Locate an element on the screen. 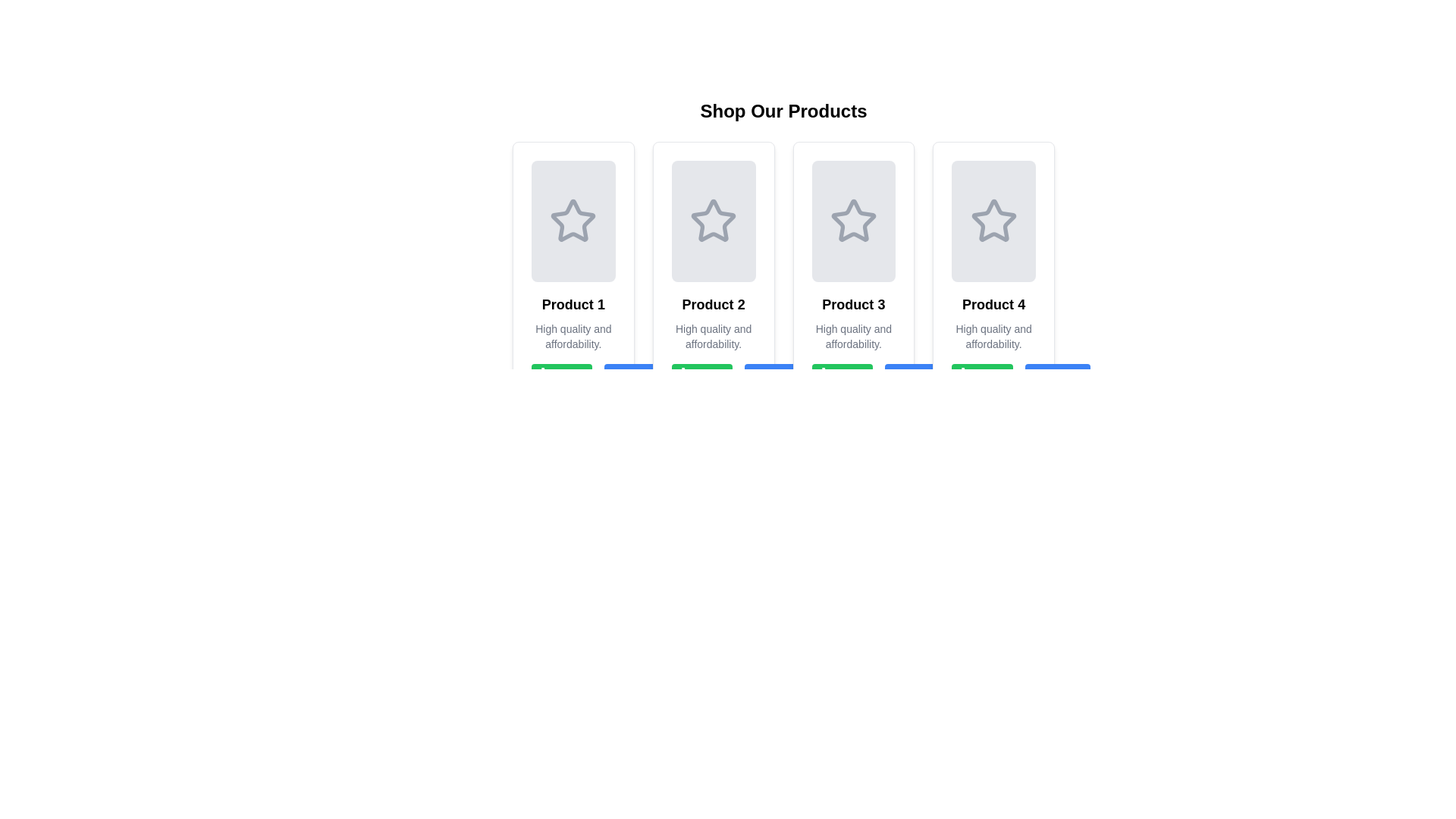 The height and width of the screenshot is (819, 1456). the 'Add' button containing the shopping cart icon is located at coordinates (548, 375).